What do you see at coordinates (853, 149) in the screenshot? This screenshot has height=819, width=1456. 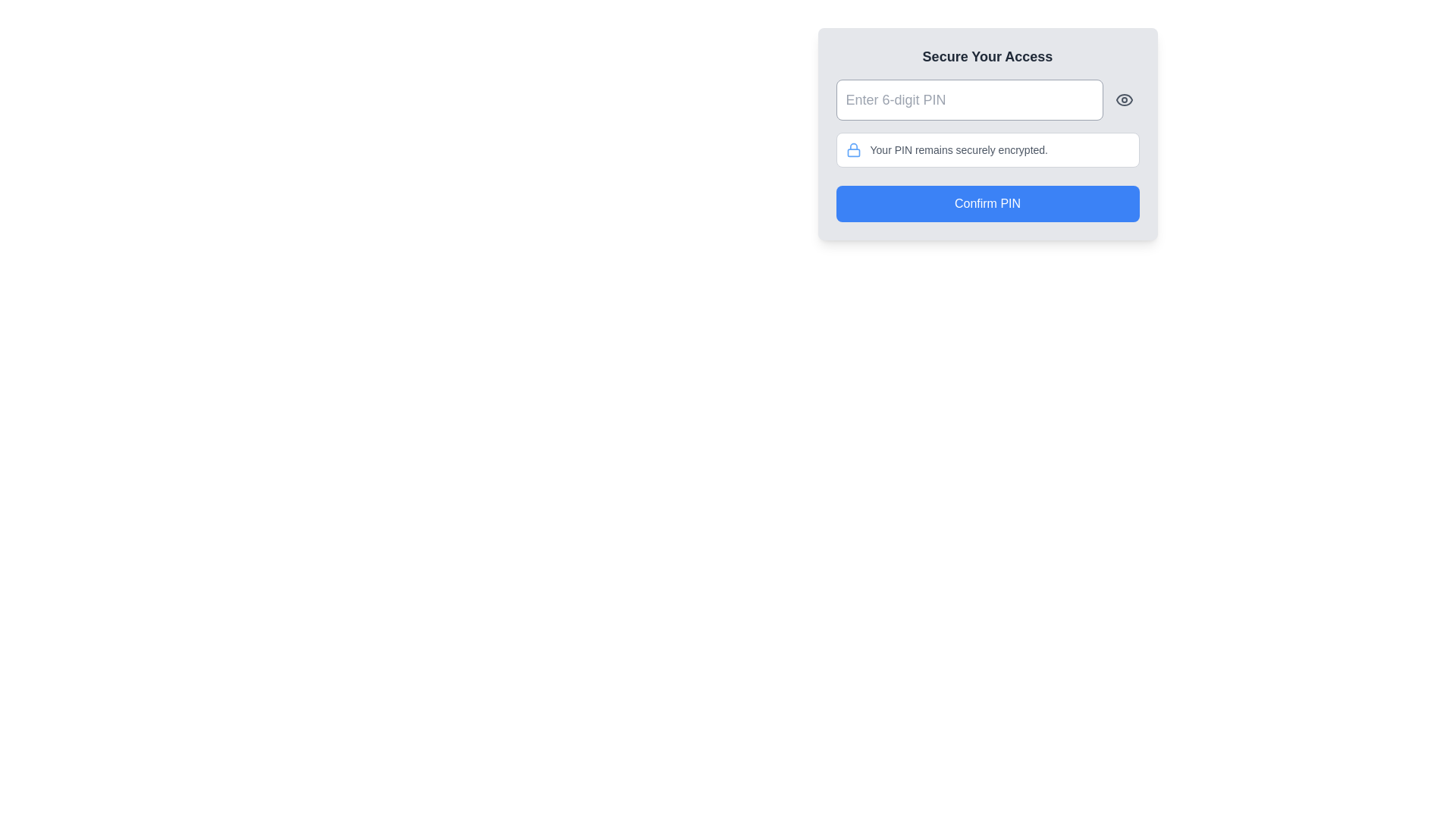 I see `the security icon that indicates the secure encryption of the user's PIN, located to the left of the text 'Your PIN remains securely encrypted.'` at bounding box center [853, 149].